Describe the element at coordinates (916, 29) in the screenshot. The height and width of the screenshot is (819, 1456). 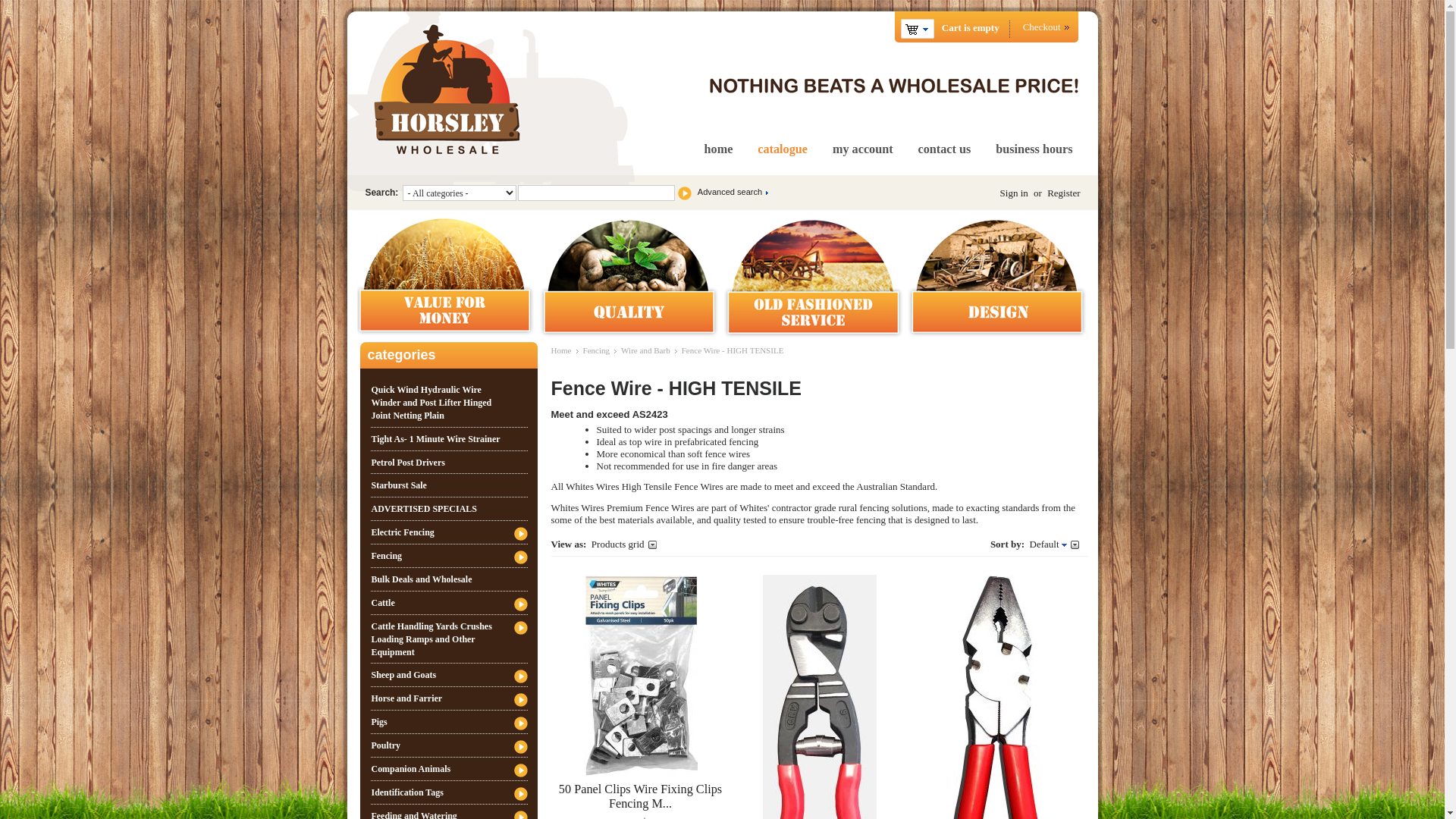
I see `'Cart is empty'` at that location.